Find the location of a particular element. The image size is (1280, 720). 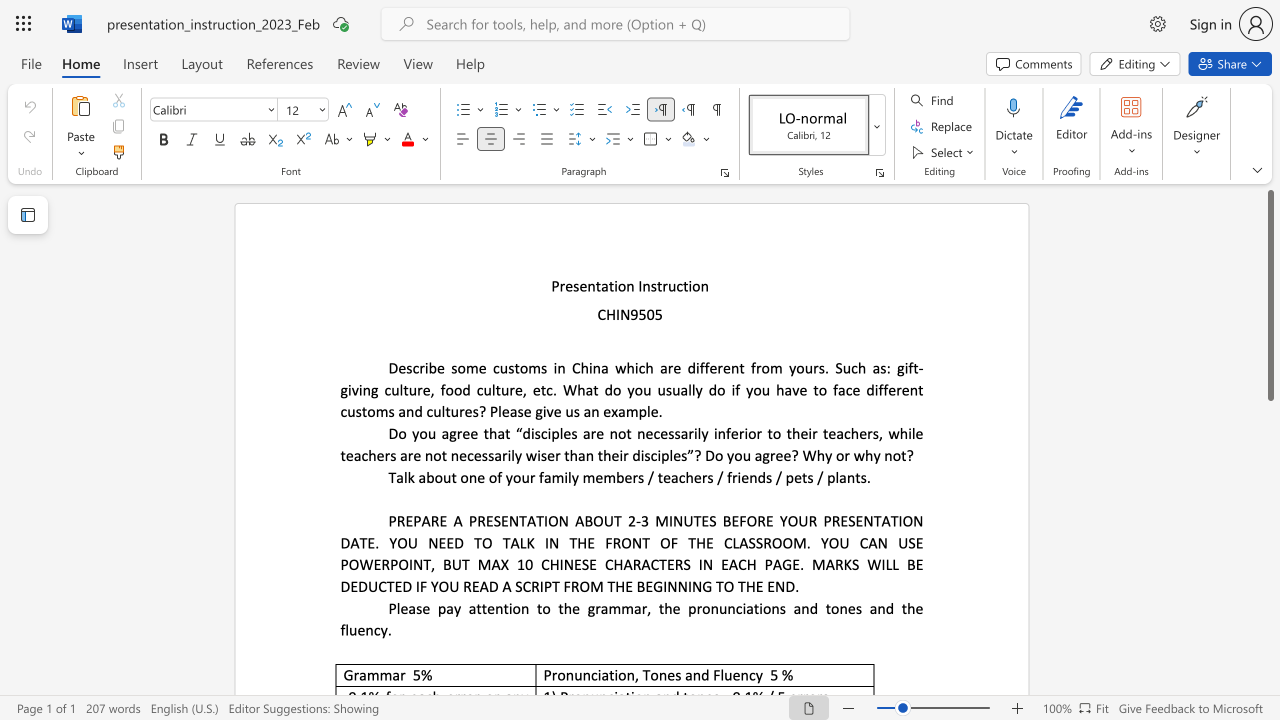

the scrollbar to scroll the page down is located at coordinates (1269, 650).